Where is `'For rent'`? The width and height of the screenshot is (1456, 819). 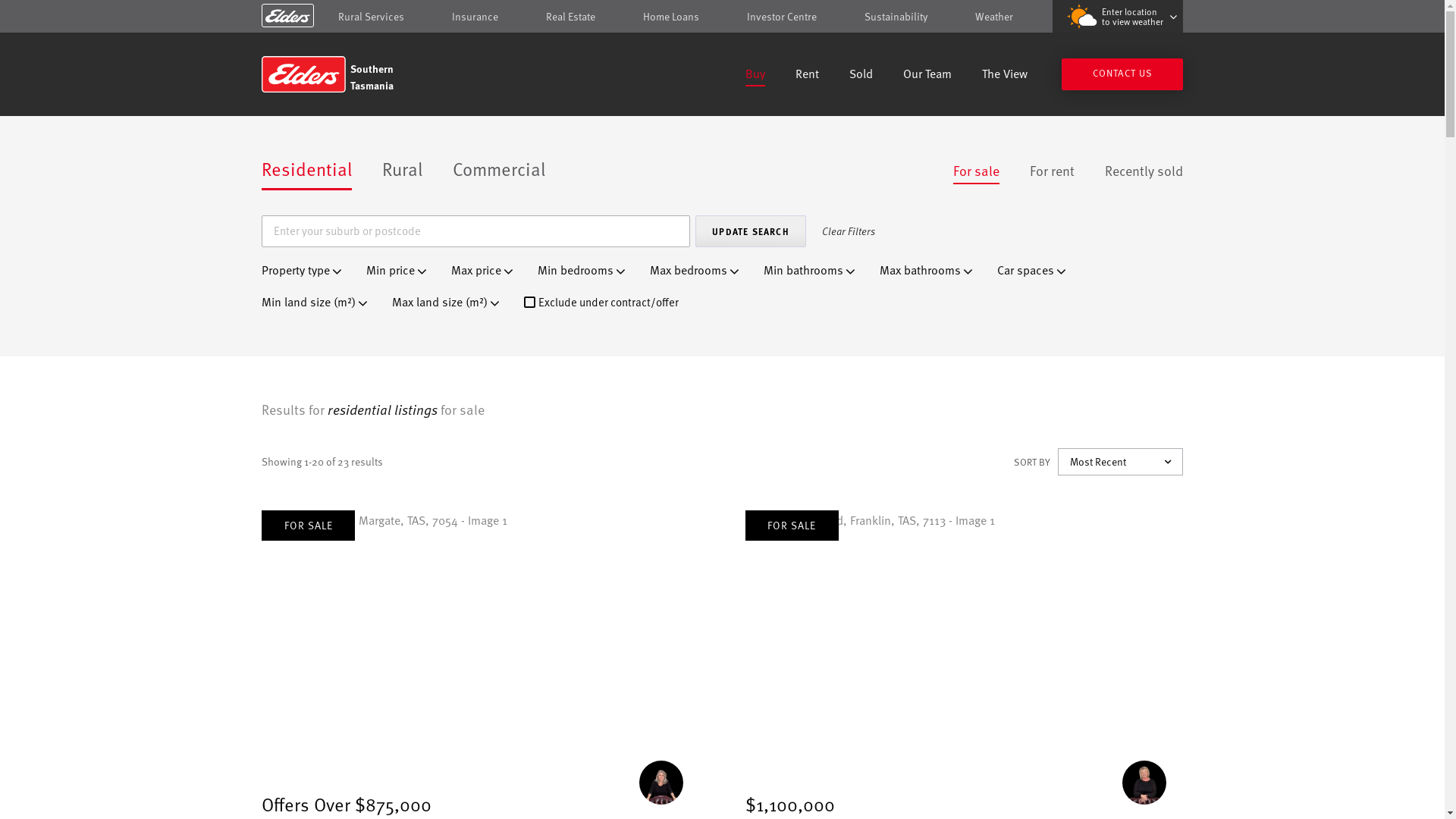
'For rent' is located at coordinates (1051, 171).